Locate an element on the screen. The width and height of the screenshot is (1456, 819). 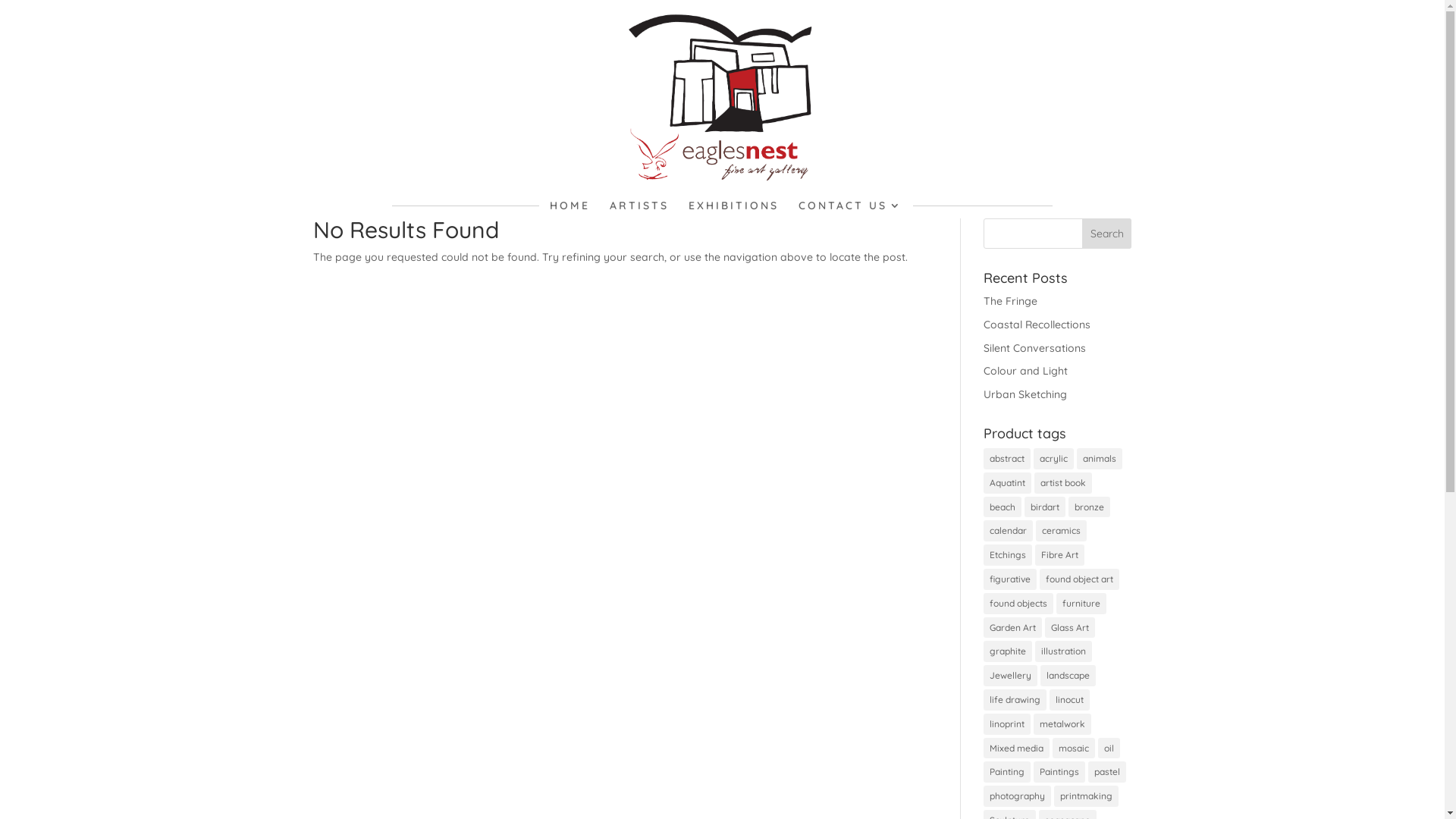
'Silent Conversations' is located at coordinates (1034, 348).